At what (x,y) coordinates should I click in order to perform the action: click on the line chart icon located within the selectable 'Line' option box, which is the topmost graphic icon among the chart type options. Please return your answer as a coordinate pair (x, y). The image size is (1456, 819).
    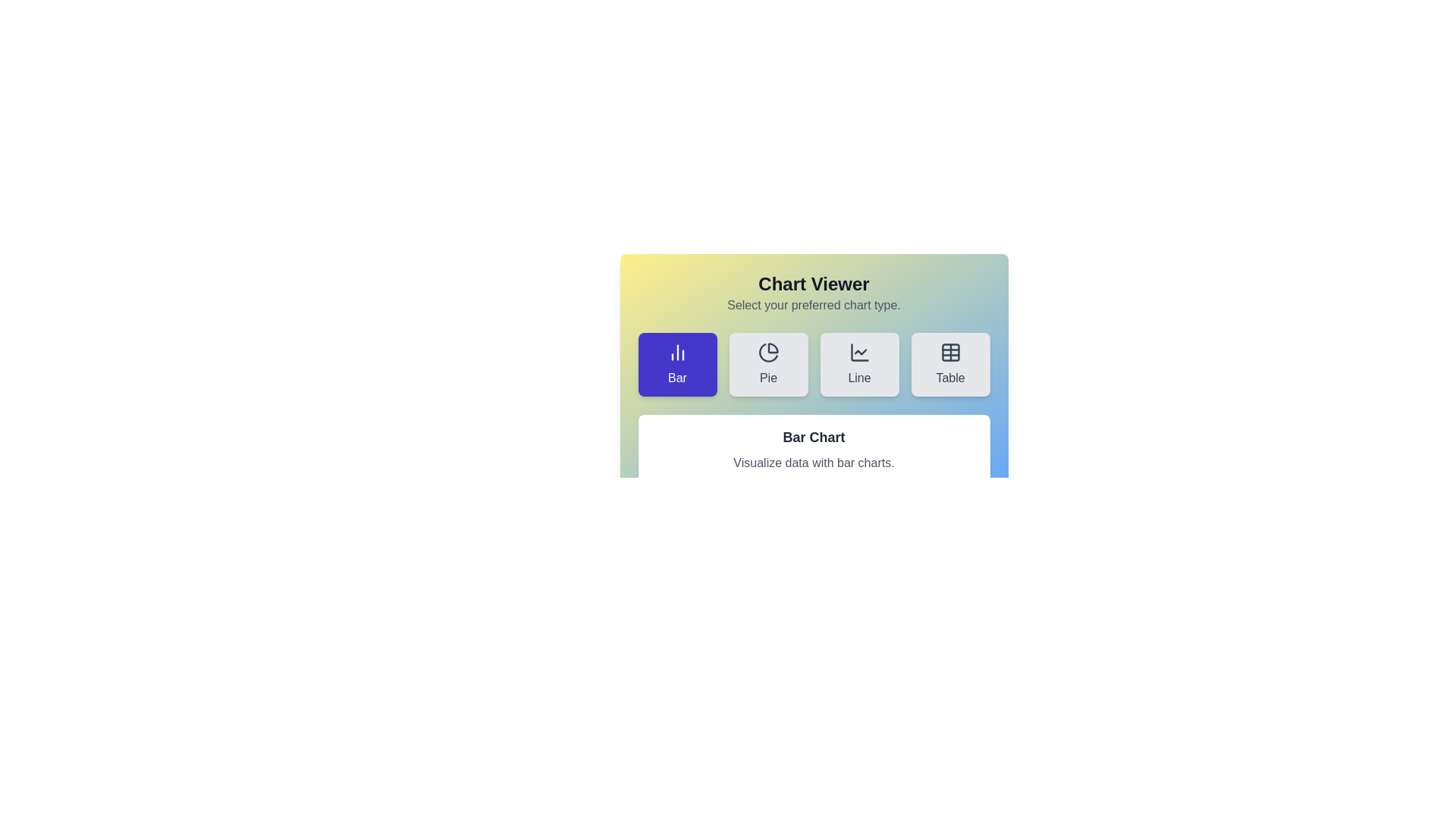
    Looking at the image, I should click on (859, 353).